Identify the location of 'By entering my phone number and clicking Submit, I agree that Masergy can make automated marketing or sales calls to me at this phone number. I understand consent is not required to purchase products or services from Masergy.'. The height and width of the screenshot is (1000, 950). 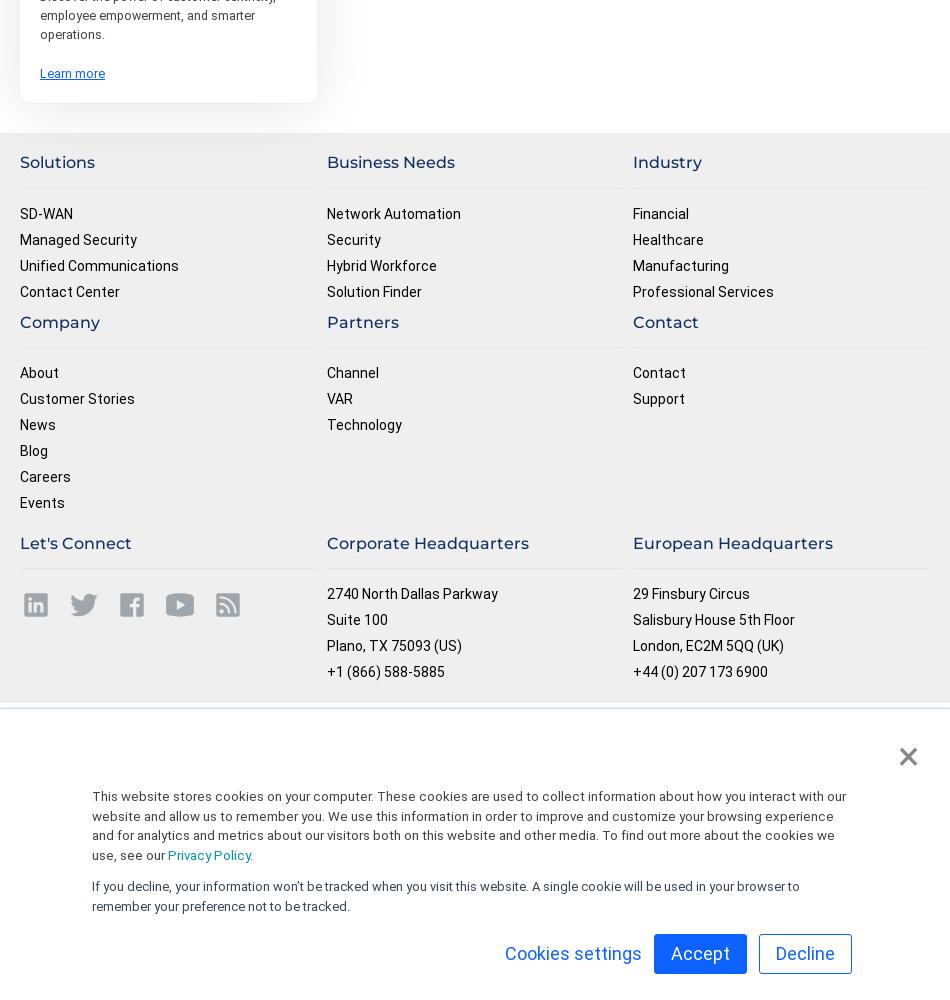
(464, 286).